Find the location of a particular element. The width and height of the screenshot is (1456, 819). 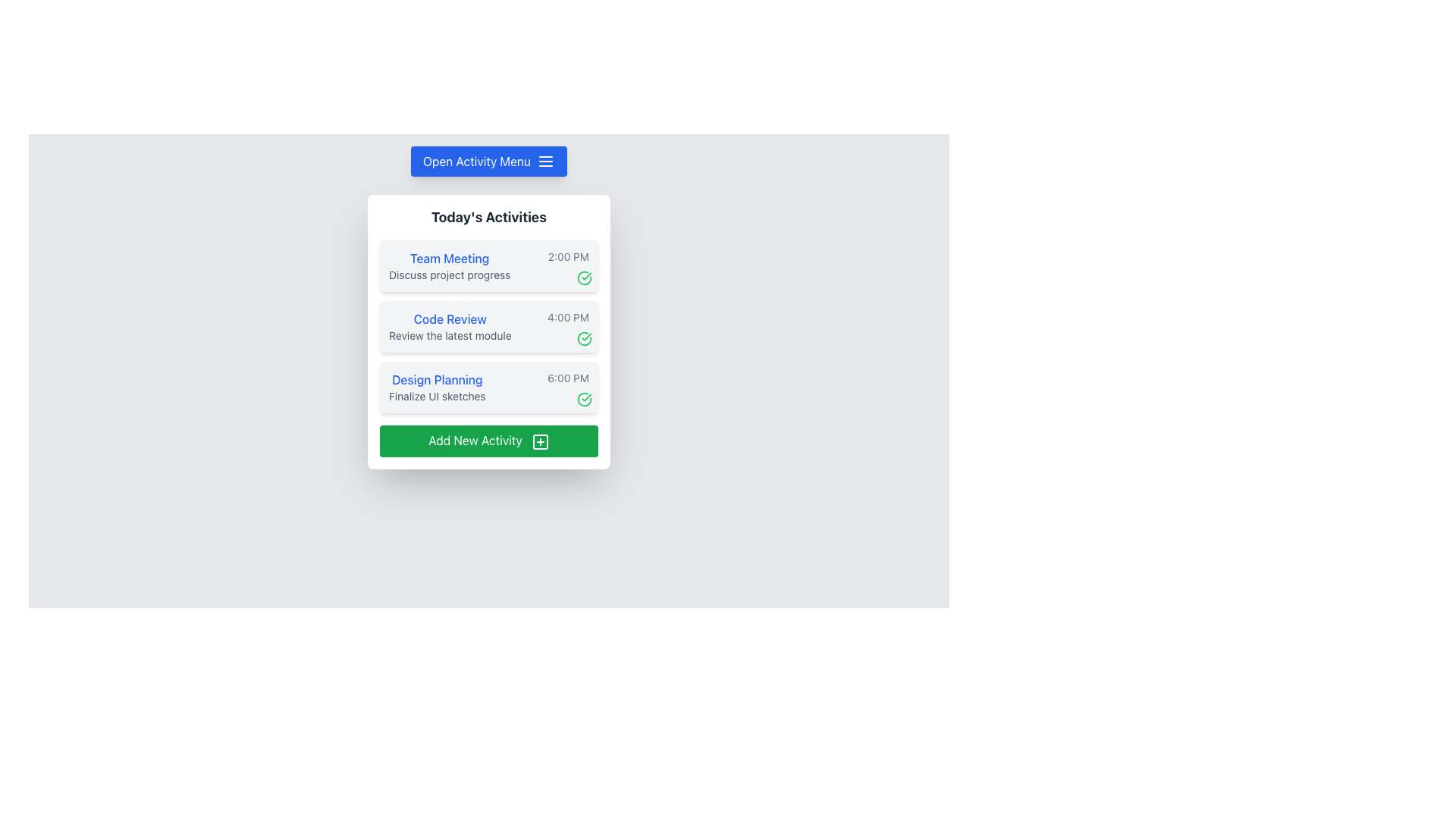

the text label displaying 'Design Planning', which is the third entry in the list of activities, positioned below 'Code Review' and above the 'Add New Activity' button is located at coordinates (436, 379).